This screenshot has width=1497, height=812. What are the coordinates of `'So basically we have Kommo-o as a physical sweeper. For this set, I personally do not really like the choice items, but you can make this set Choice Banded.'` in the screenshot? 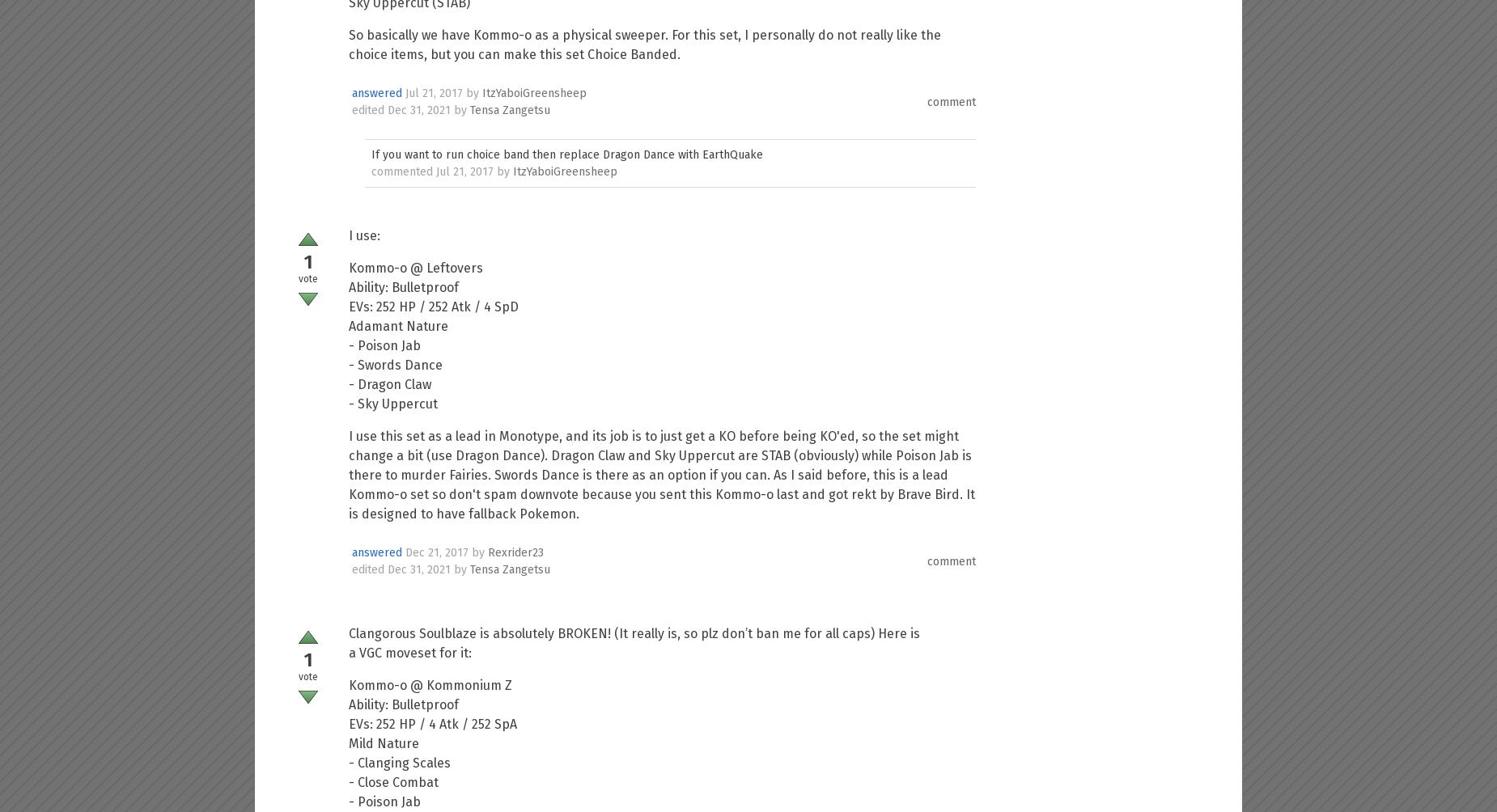 It's located at (348, 44).